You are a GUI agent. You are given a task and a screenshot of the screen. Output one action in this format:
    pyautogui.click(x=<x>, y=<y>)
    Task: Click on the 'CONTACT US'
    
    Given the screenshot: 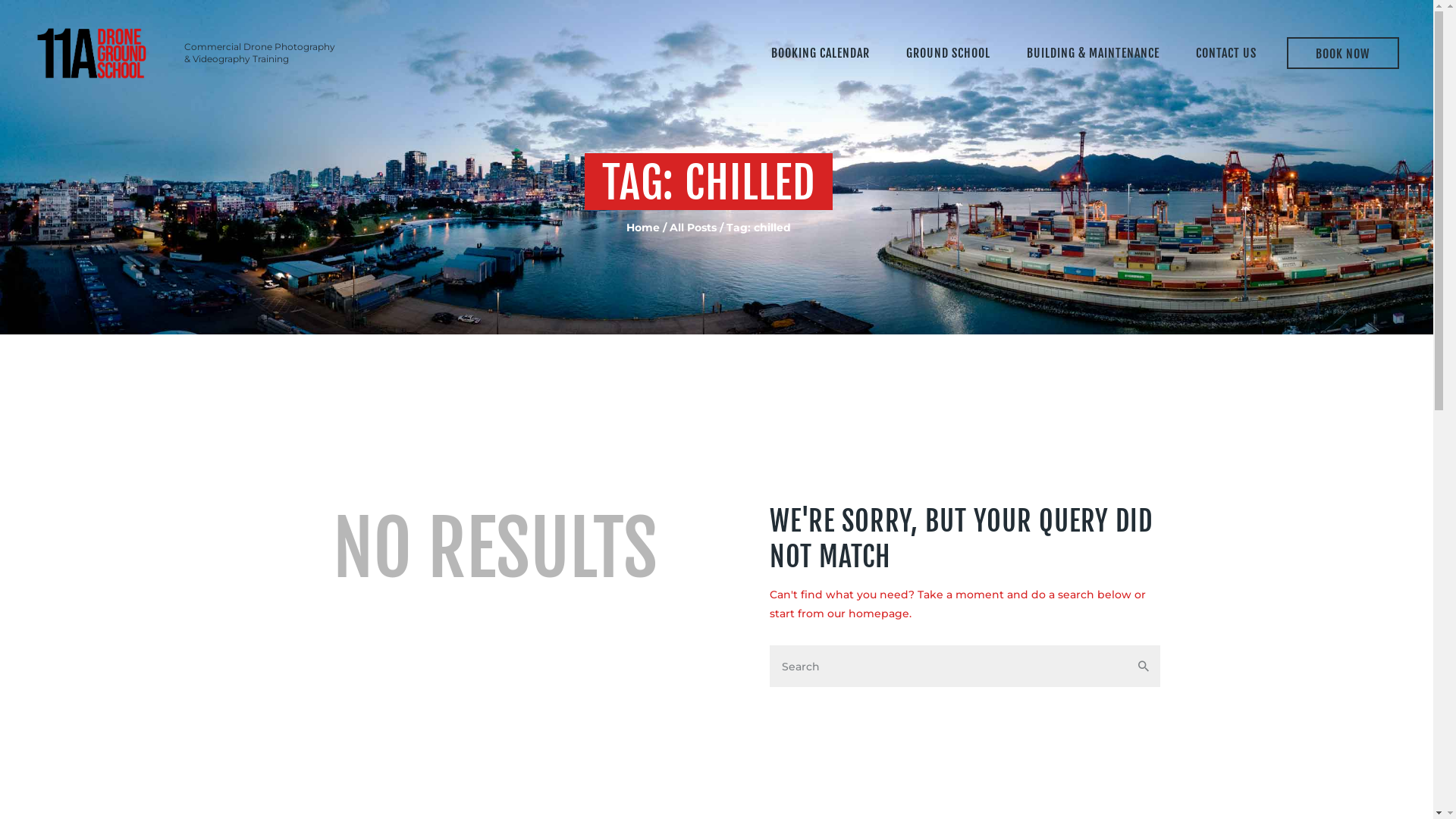 What is the action you would take?
    pyautogui.click(x=1226, y=52)
    